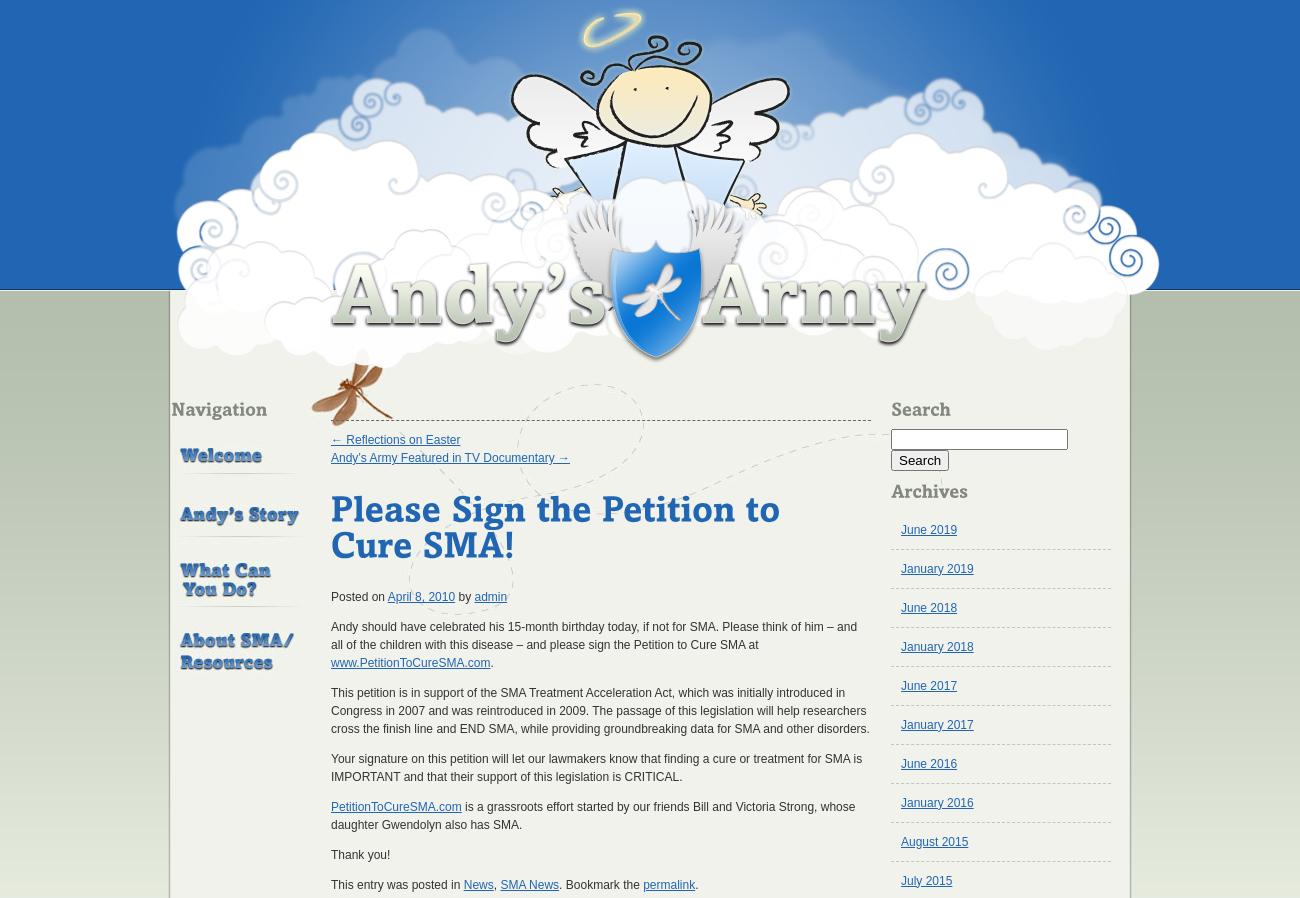 The width and height of the screenshot is (1300, 898). I want to click on 'Reflections on Easter', so click(401, 440).